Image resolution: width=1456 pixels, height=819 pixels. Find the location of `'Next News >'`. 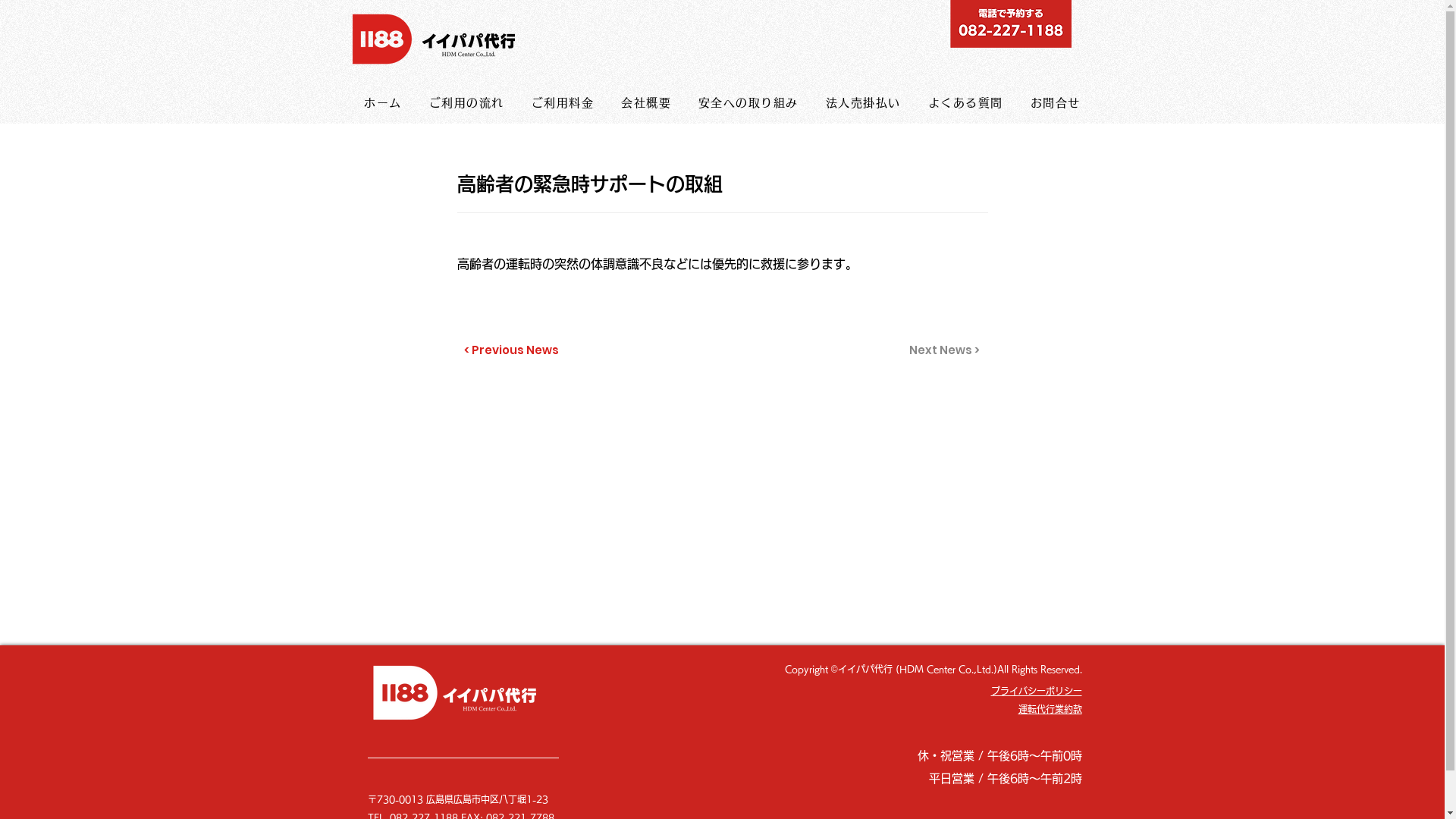

'Next News >' is located at coordinates (941, 350).